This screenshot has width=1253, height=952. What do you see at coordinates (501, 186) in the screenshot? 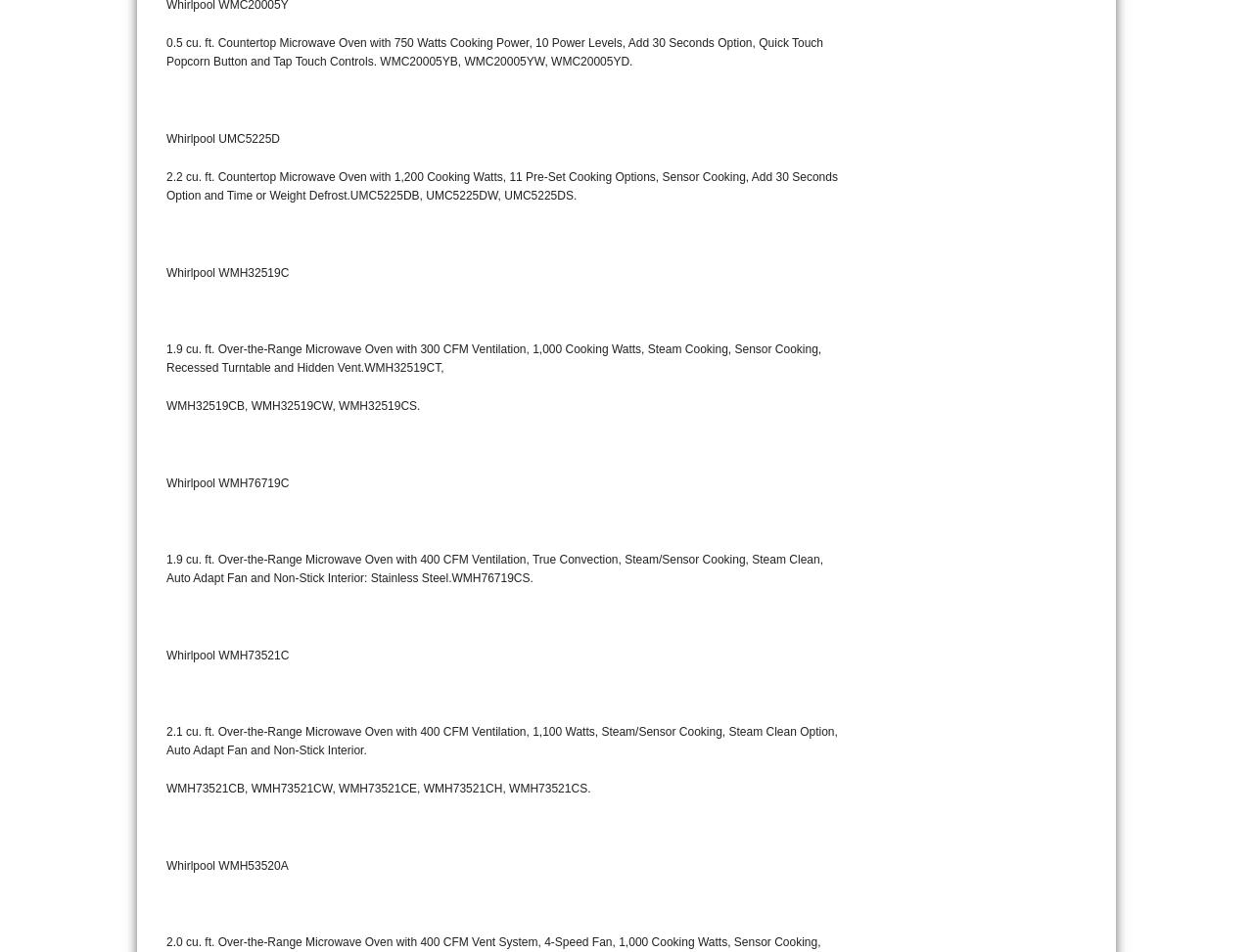
I see `'2.2 cu. ft. Countertop Microwave Oven with 1,200 Cooking Watts, 11 Pre-Set Cooking Options, Sensor Cooking, Add 30 Seconds Option and Time or Weight Defrost.UMC5225DB, UMC5225DW, UMC5225DS.'` at bounding box center [501, 186].